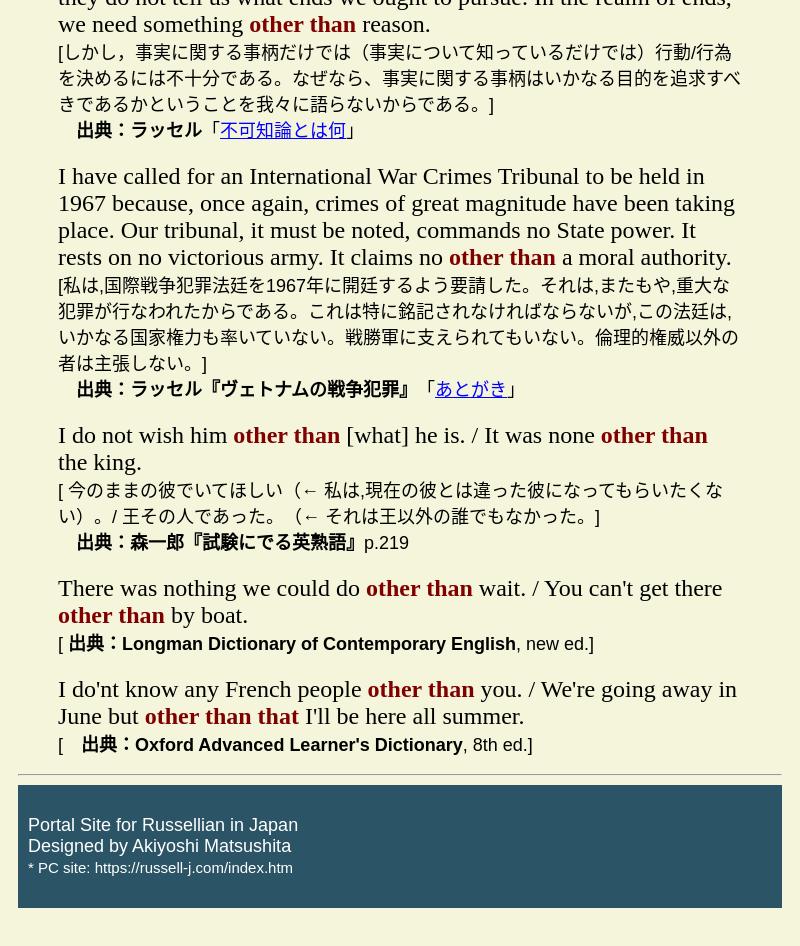 This screenshot has height=946, width=800. I want to click on 'by boat.', so click(164, 612).